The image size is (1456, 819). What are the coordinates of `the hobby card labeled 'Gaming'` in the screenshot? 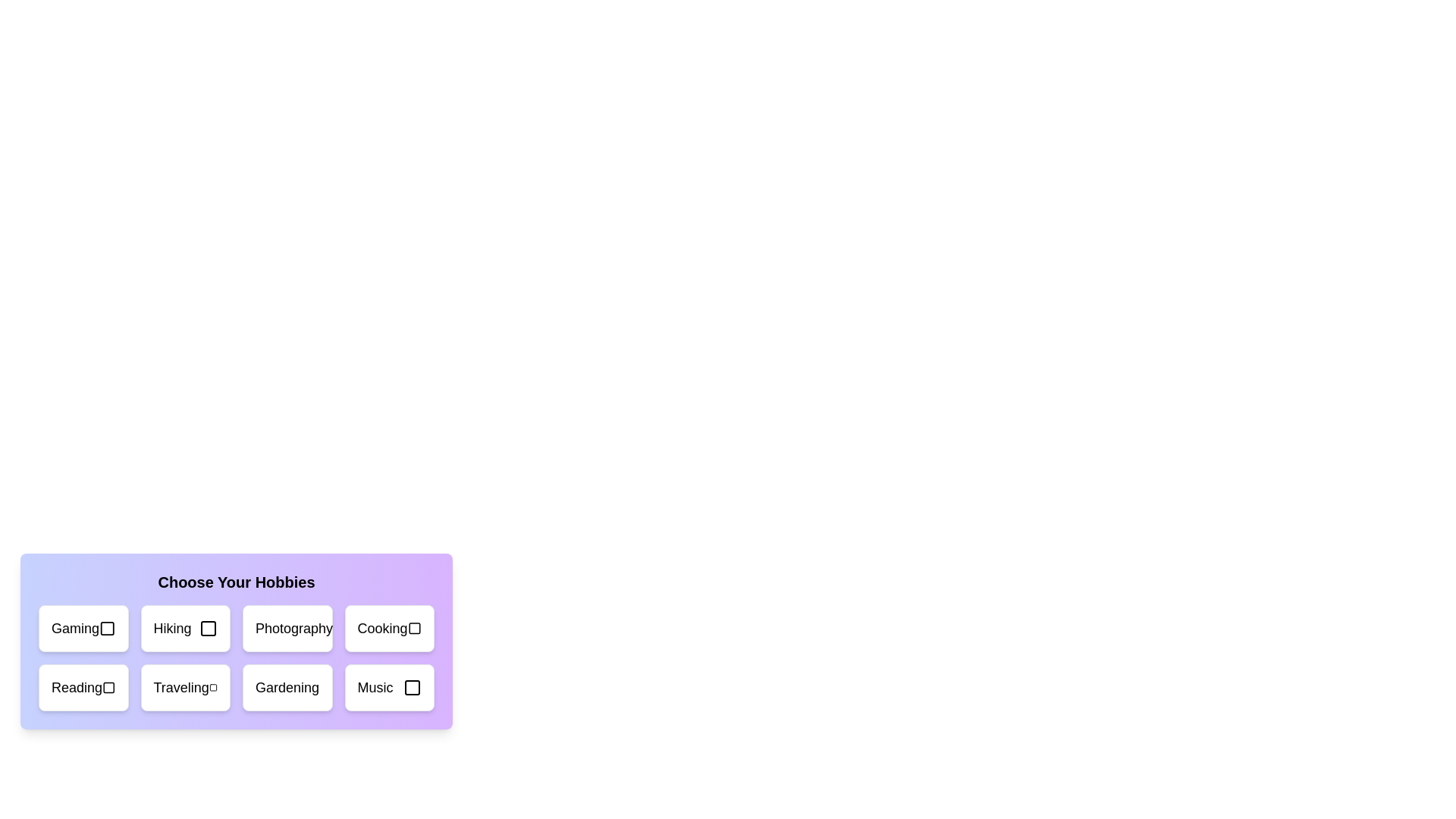 It's located at (83, 629).